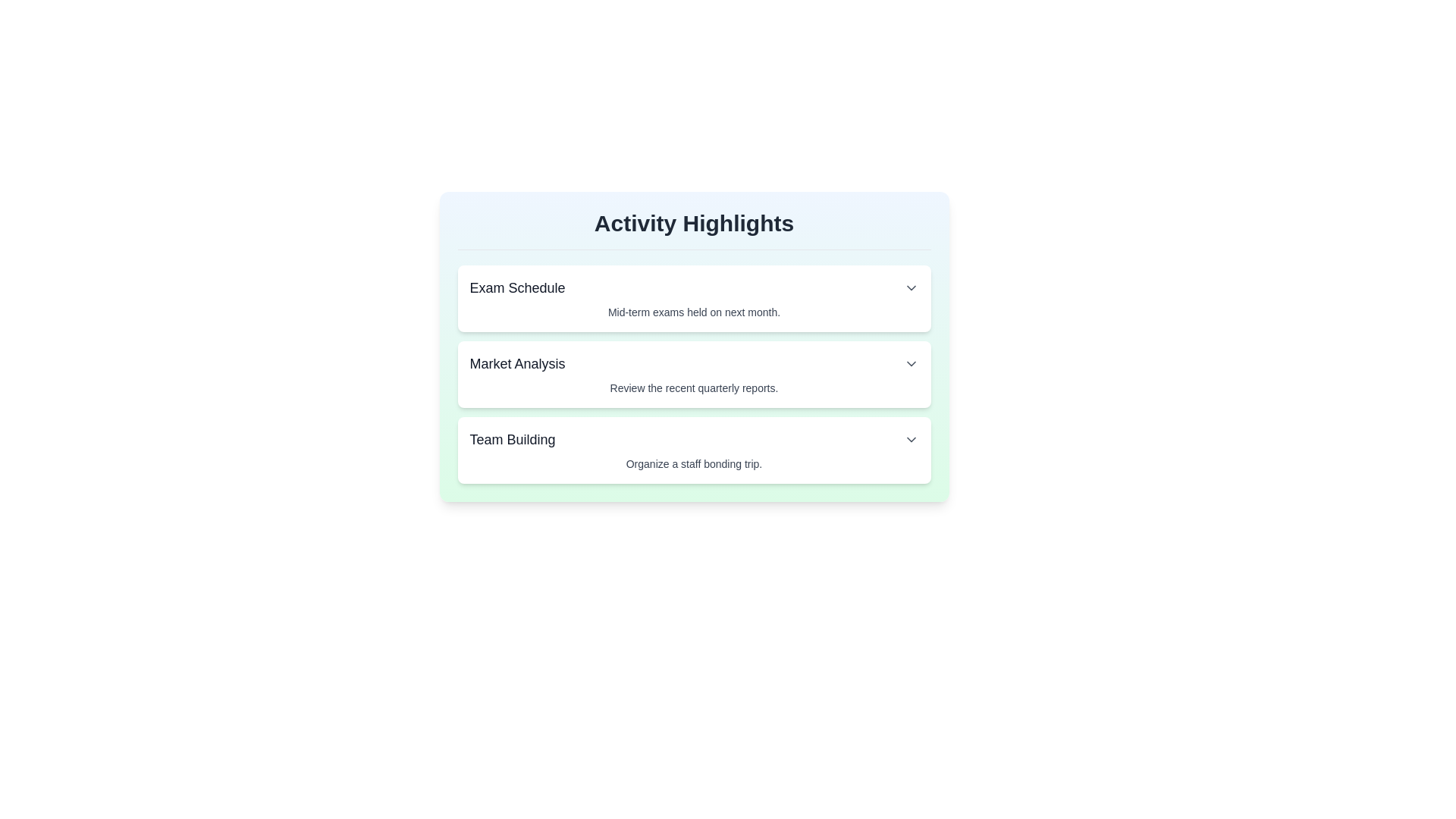  Describe the element at coordinates (693, 374) in the screenshot. I see `the item titled Market Analysis` at that location.